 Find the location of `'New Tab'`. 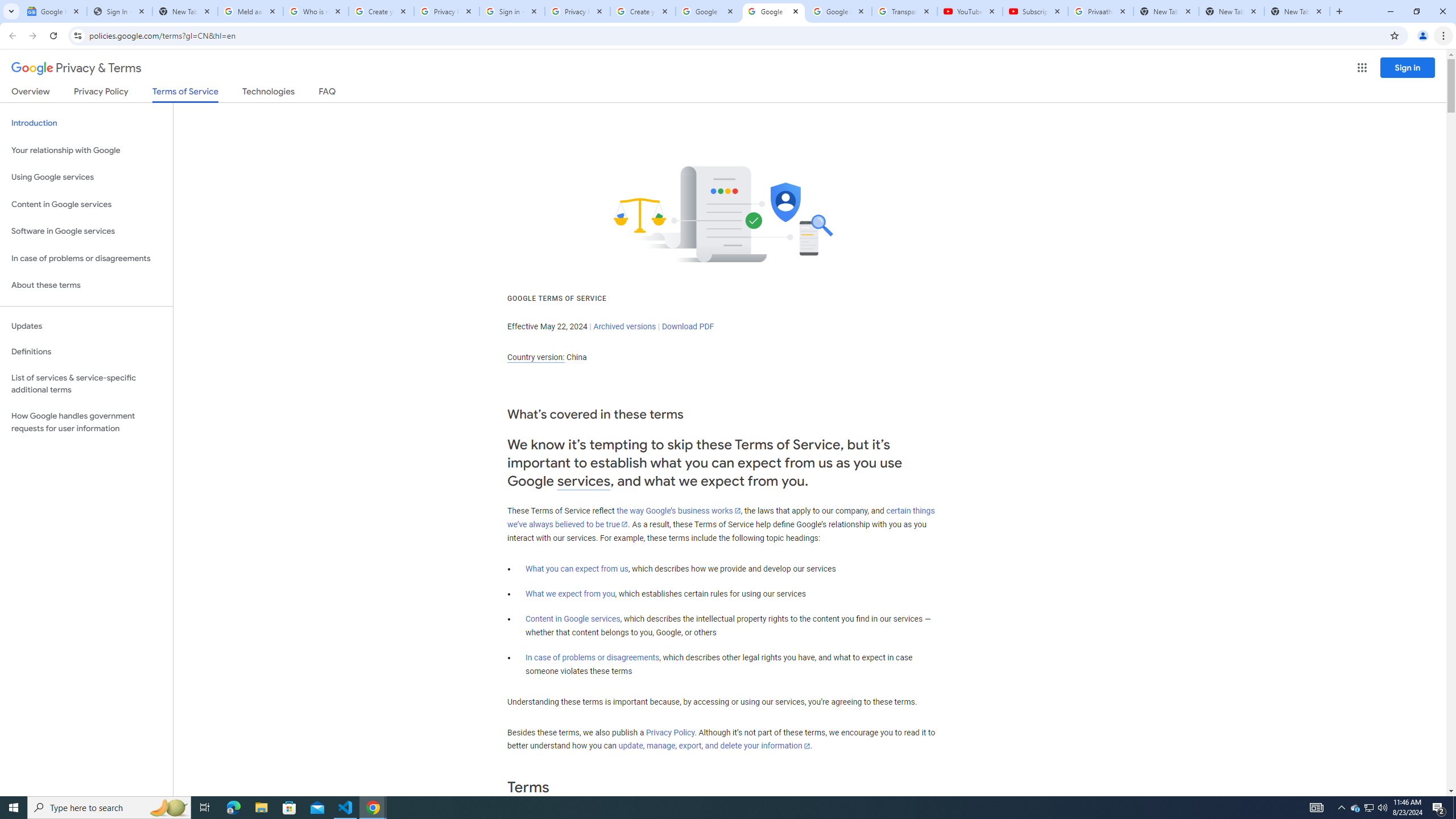

'New Tab' is located at coordinates (1296, 11).